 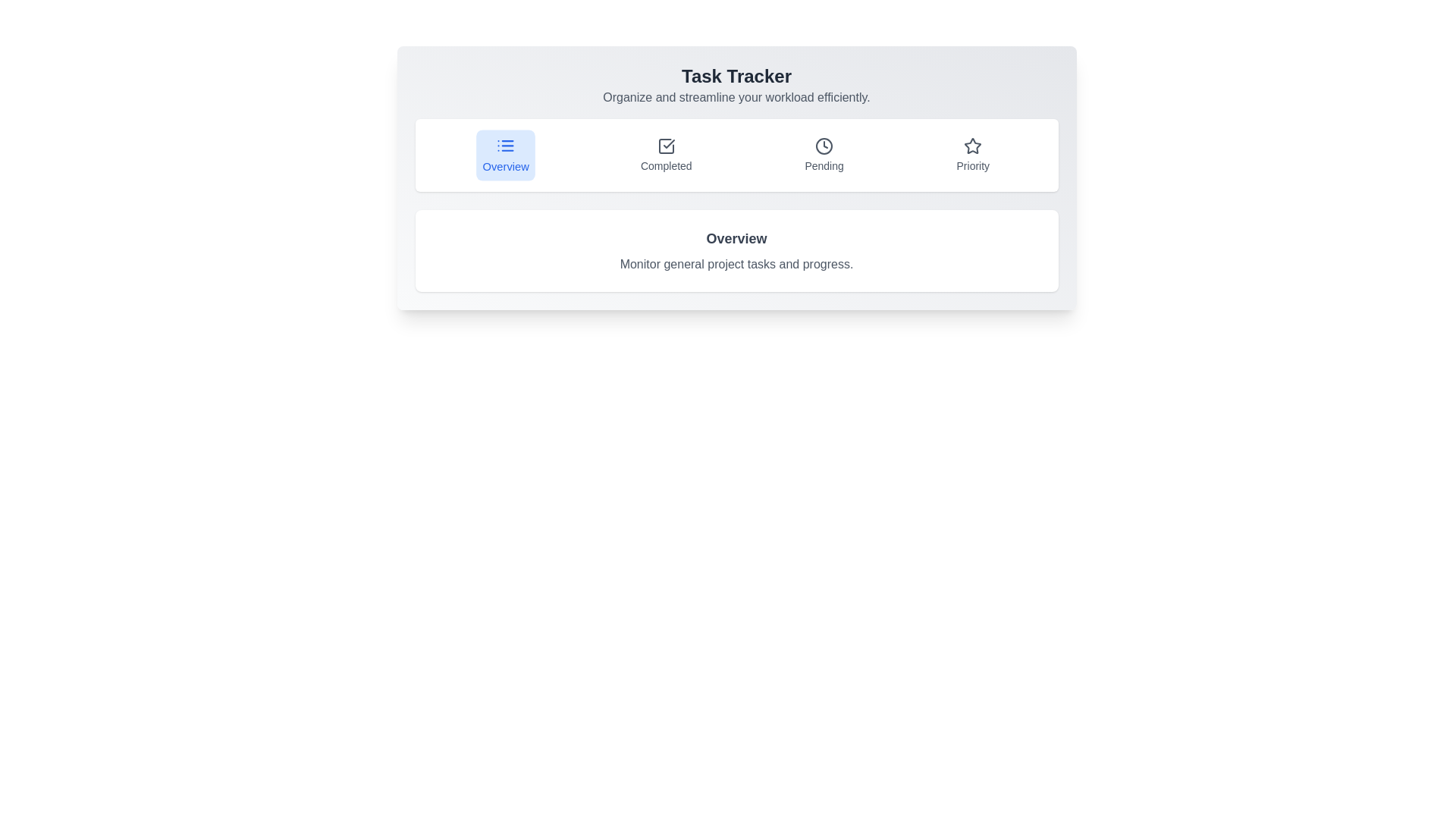 What do you see at coordinates (972, 155) in the screenshot?
I see `the Priority tab to view its content` at bounding box center [972, 155].